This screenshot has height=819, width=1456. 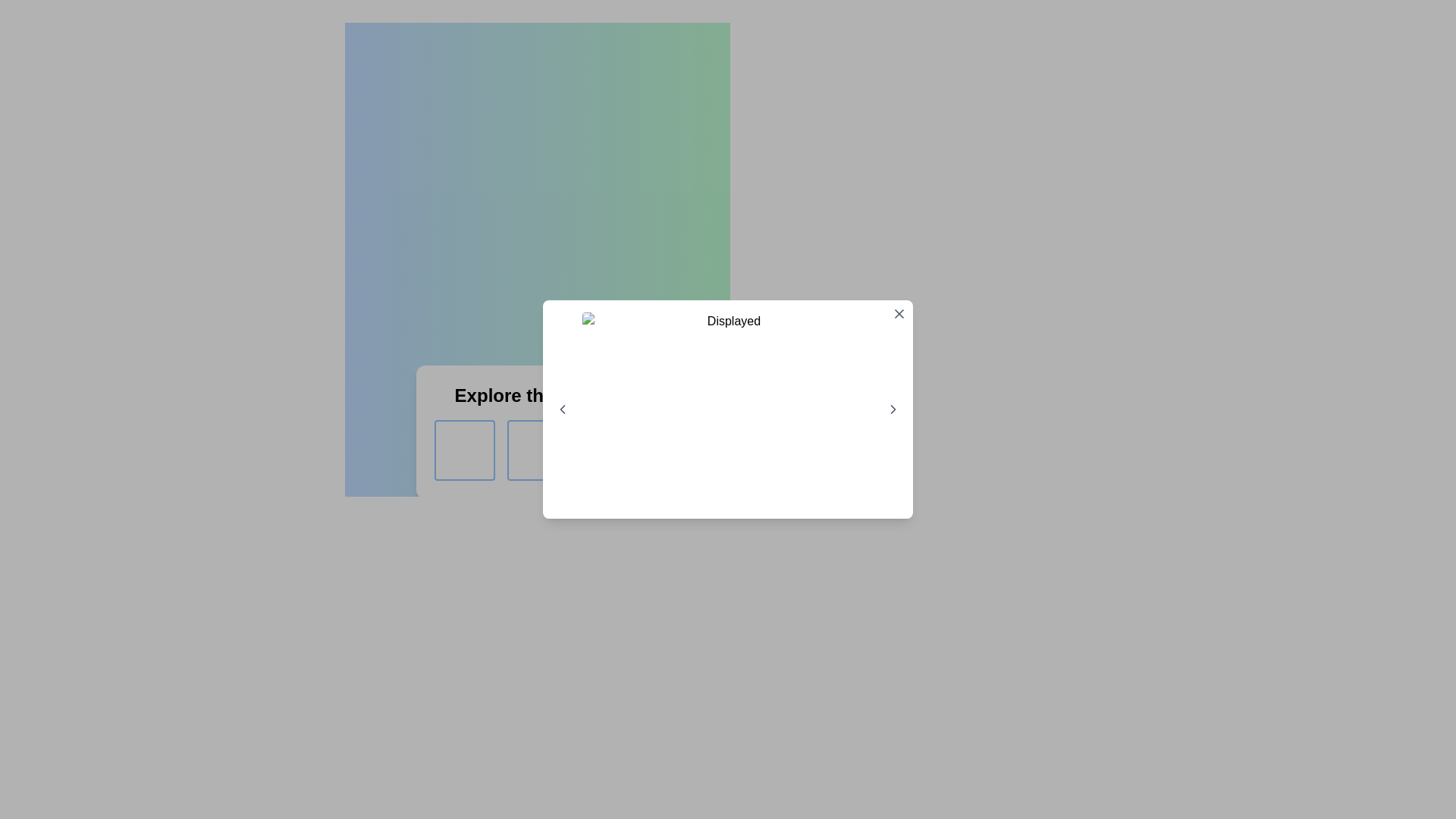 What do you see at coordinates (893, 409) in the screenshot?
I see `the rightward-pointing chevron arrow icon located in the top right quadrant of the modal dialog` at bounding box center [893, 409].